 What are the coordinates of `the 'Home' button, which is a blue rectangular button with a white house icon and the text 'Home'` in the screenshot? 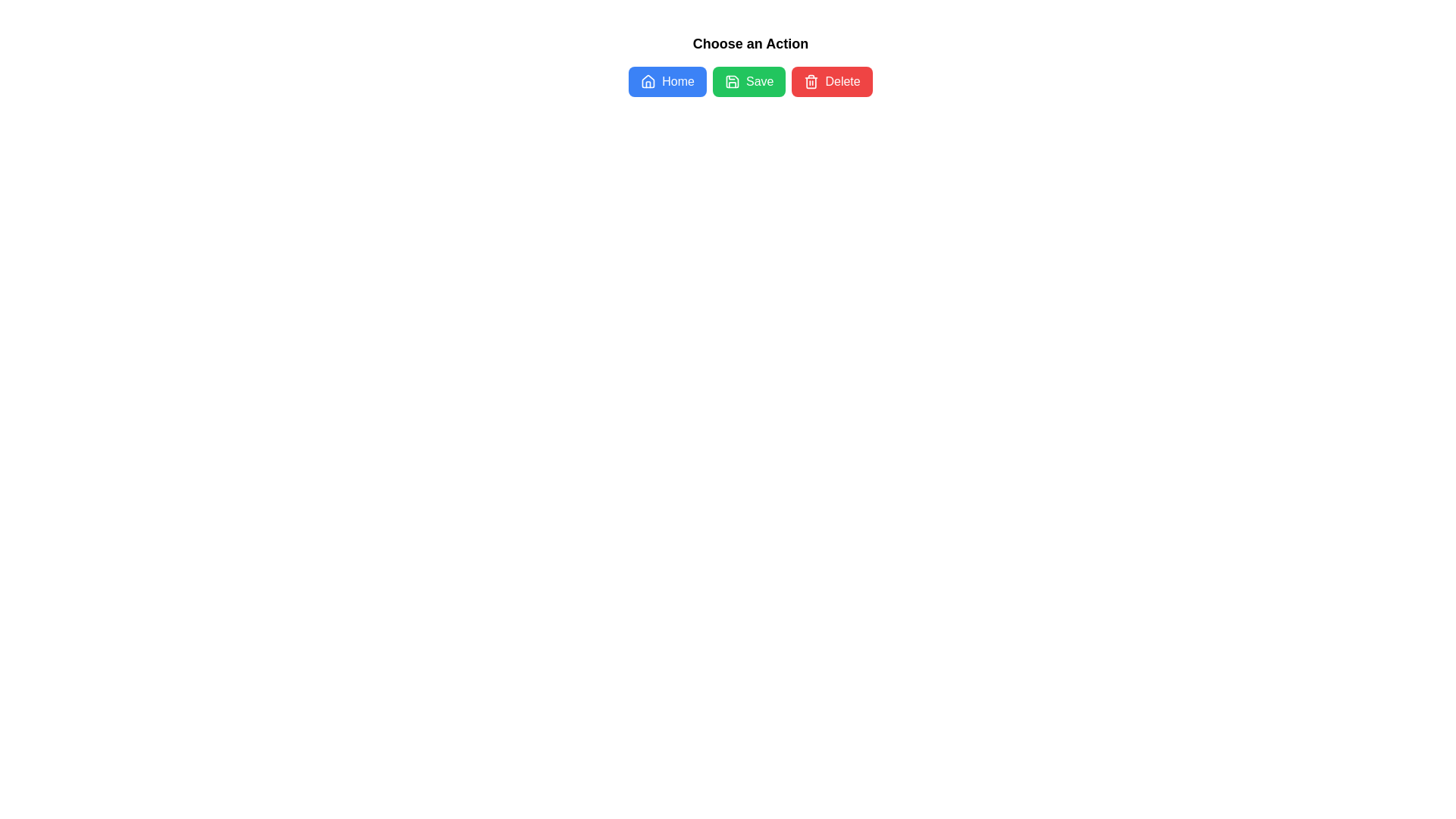 It's located at (667, 82).